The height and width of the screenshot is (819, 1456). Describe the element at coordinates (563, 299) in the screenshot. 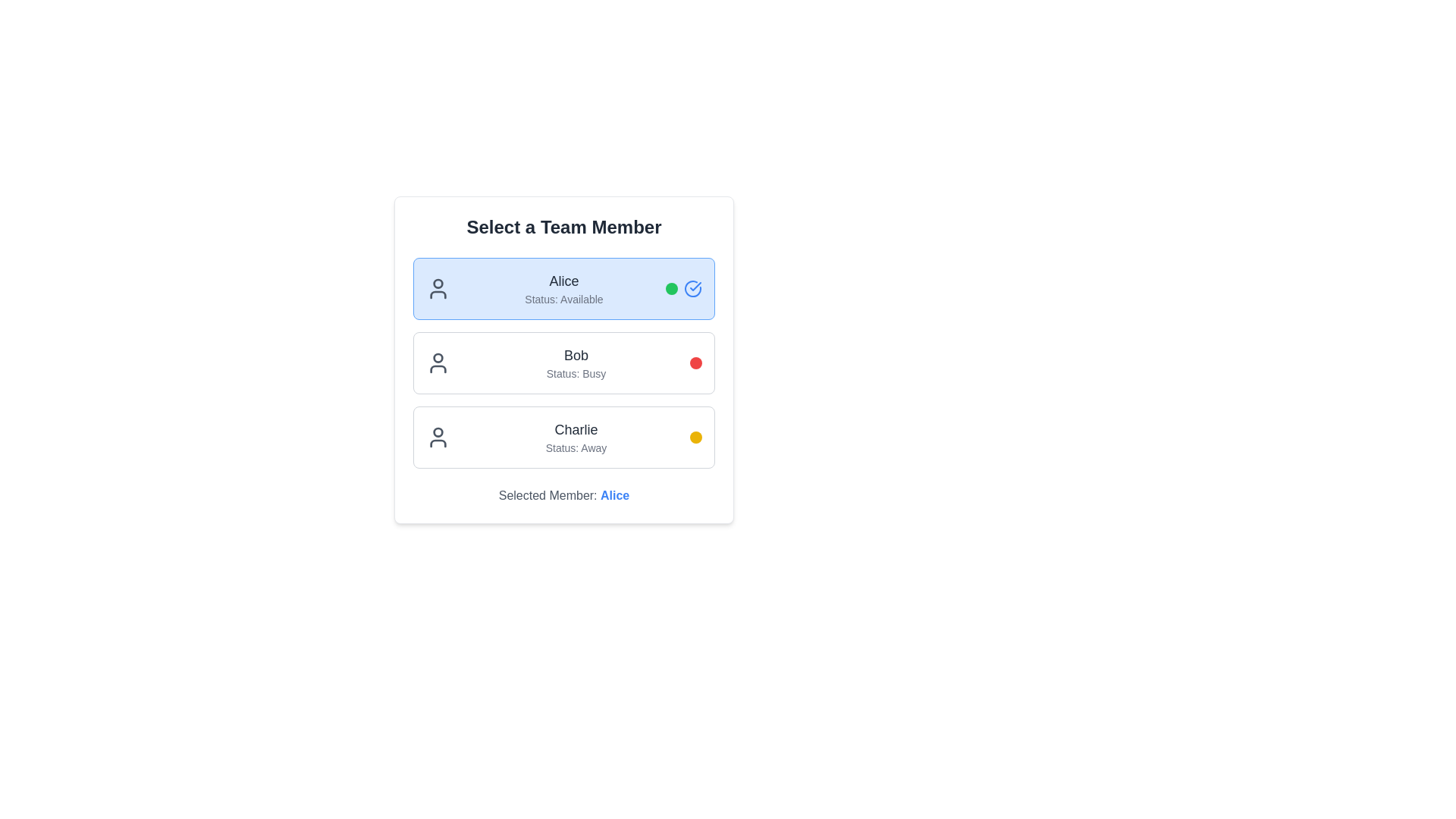

I see `the static text display showing the status 'Status: Available' that is located directly under the user's name 'Alice'` at that location.